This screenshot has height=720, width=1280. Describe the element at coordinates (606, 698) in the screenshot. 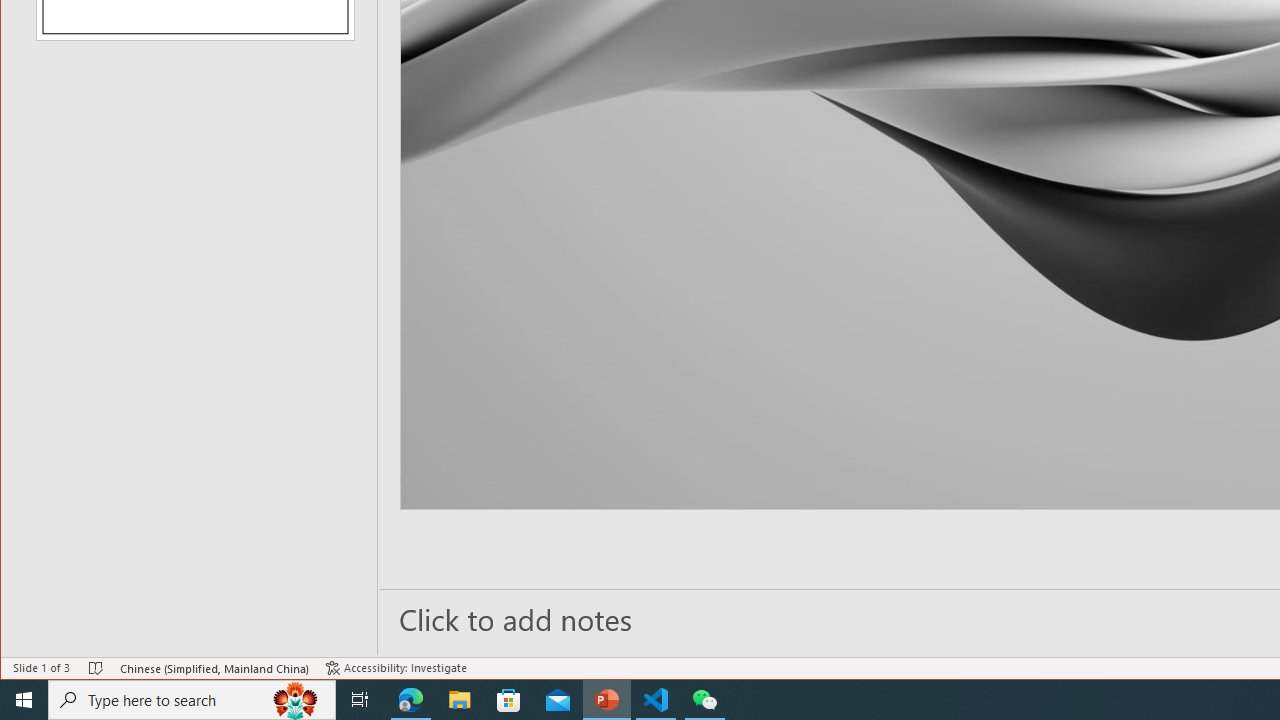

I see `'PowerPoint - 1 running window'` at that location.